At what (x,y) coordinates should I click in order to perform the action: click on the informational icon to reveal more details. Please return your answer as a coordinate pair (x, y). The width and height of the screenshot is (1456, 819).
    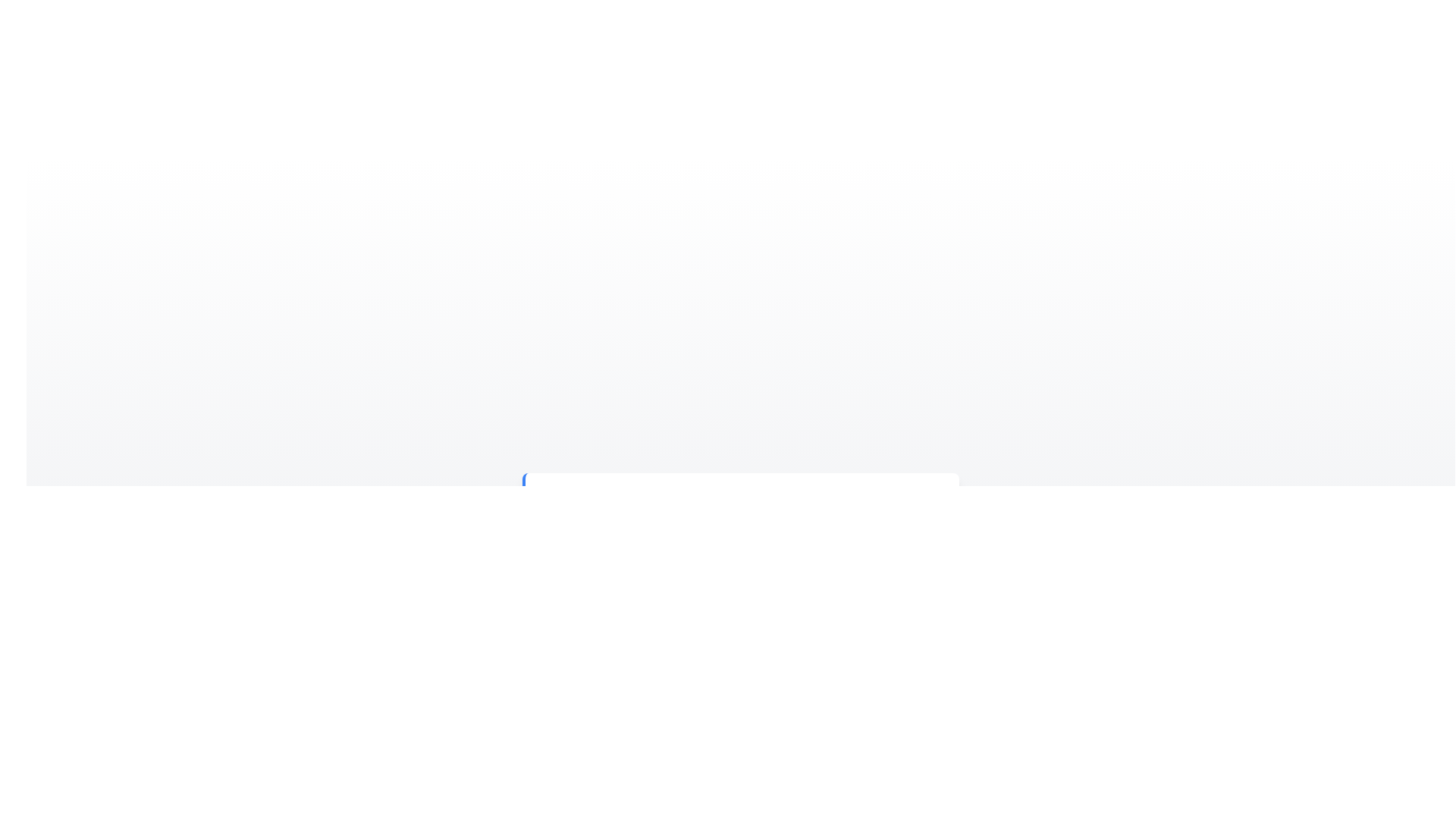
    Looking at the image, I should click on (558, 506).